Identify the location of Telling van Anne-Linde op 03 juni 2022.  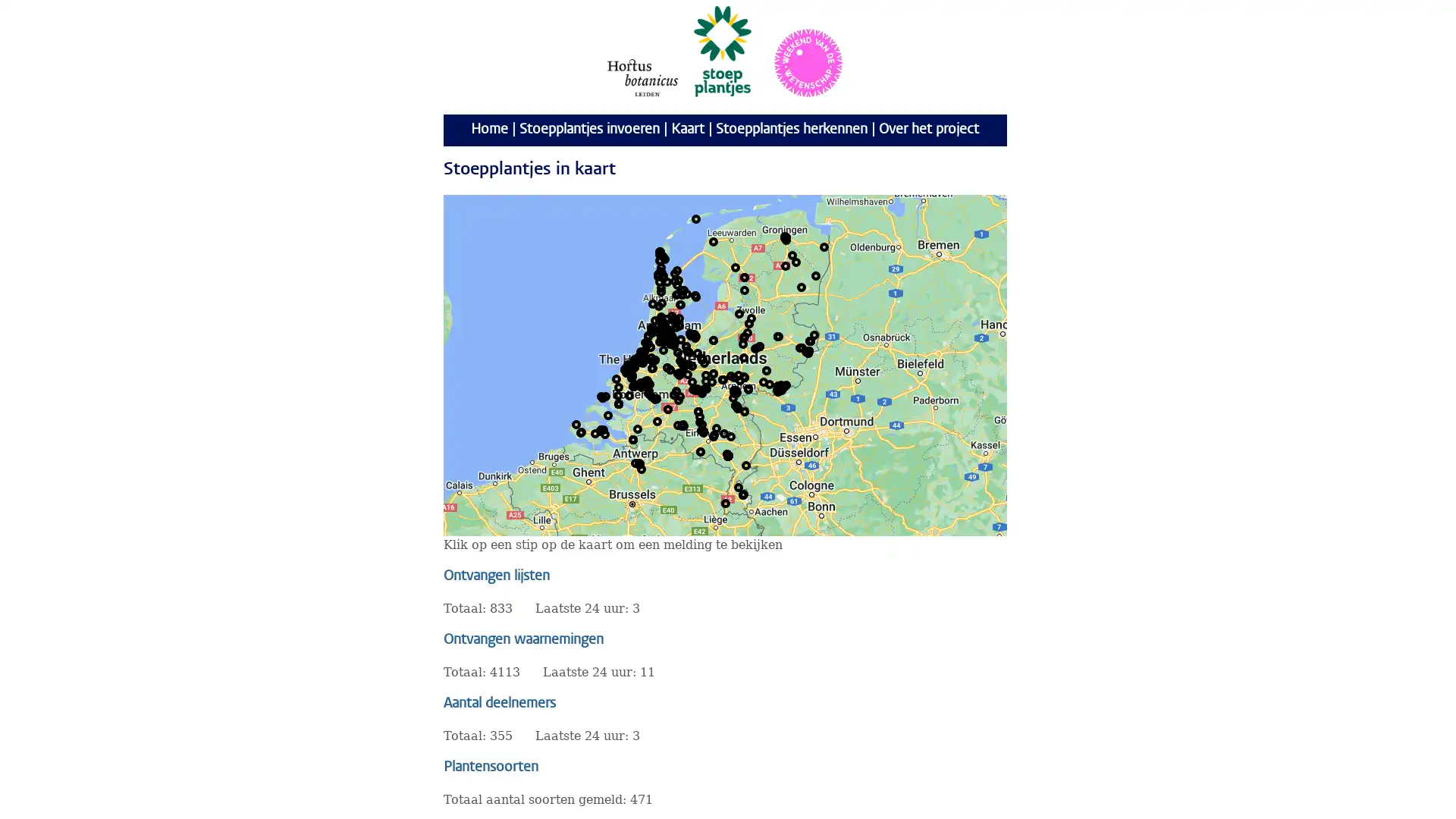
(619, 403).